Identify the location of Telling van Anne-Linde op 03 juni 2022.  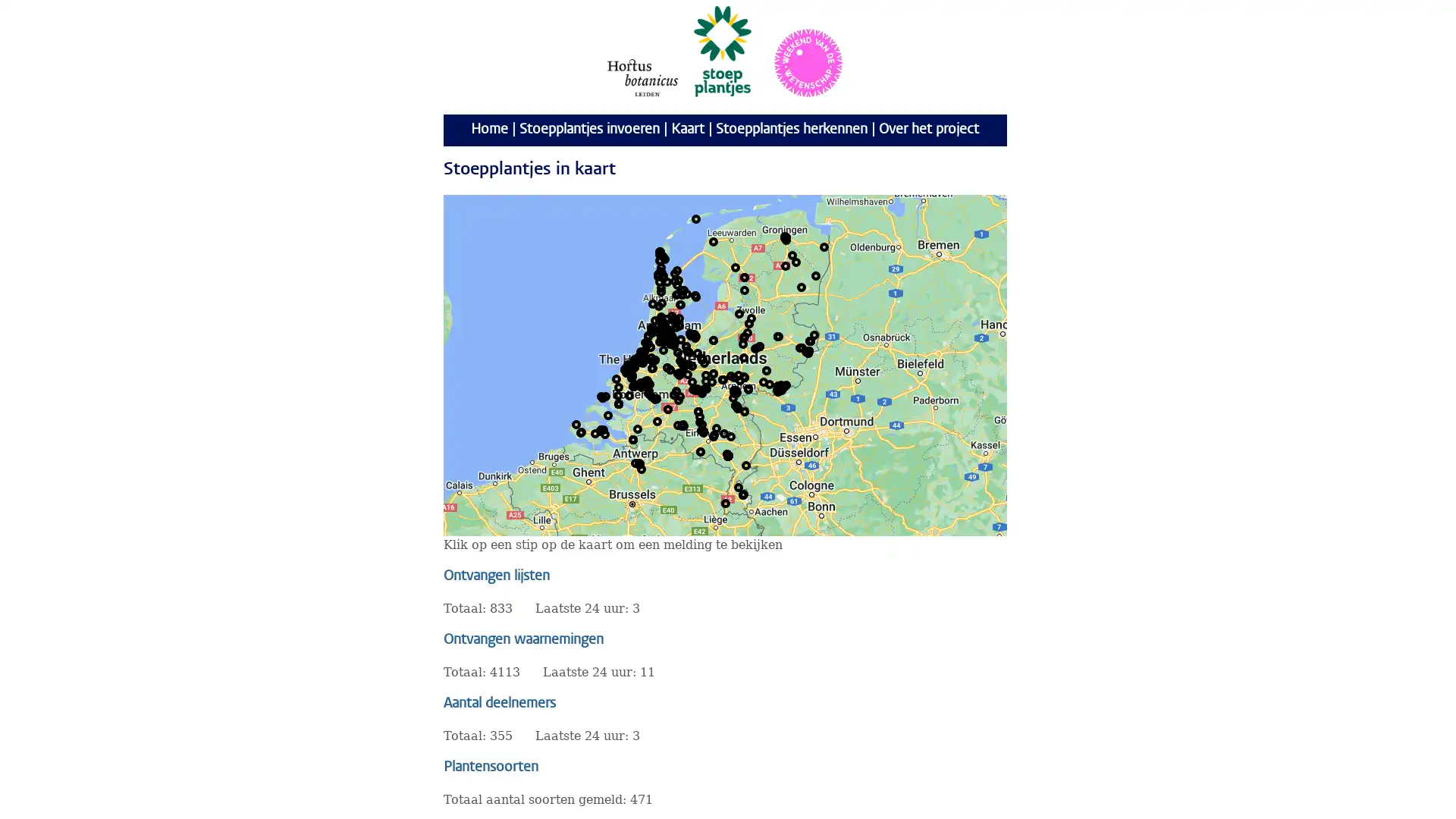
(619, 403).